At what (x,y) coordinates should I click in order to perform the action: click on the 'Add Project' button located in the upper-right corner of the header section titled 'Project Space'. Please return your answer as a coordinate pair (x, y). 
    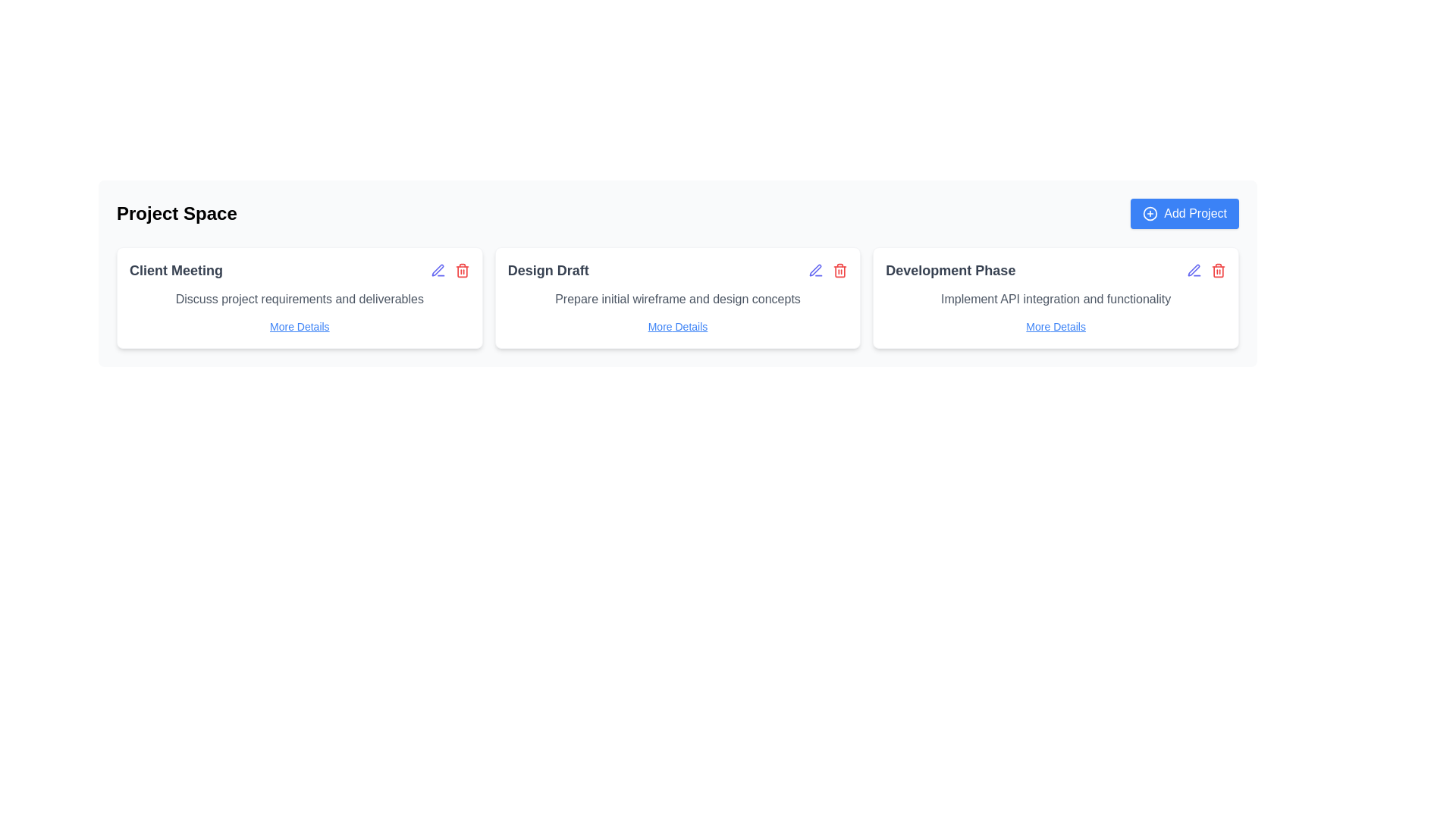
    Looking at the image, I should click on (1184, 213).